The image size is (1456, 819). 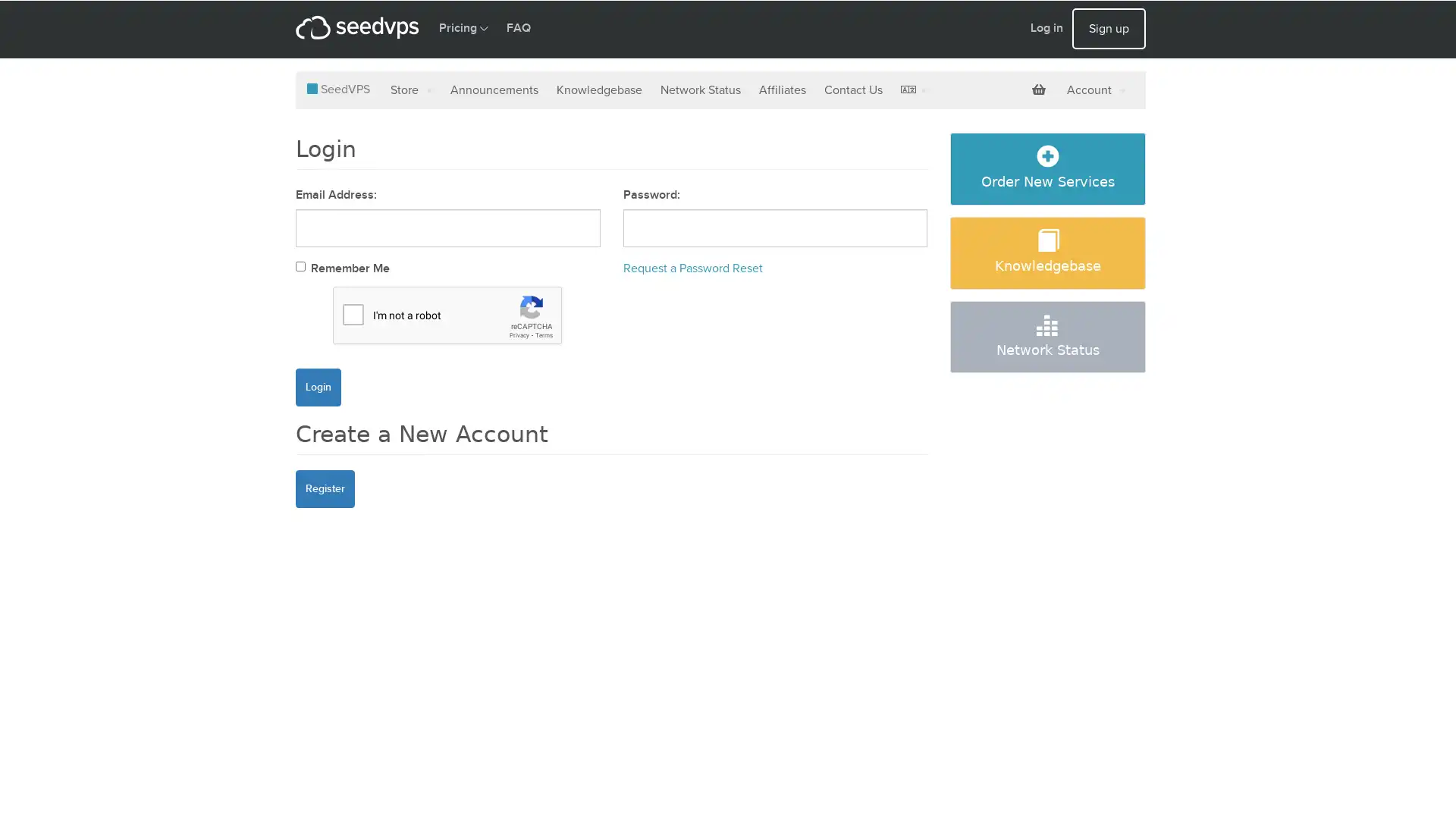 I want to click on Login, so click(x=318, y=386).